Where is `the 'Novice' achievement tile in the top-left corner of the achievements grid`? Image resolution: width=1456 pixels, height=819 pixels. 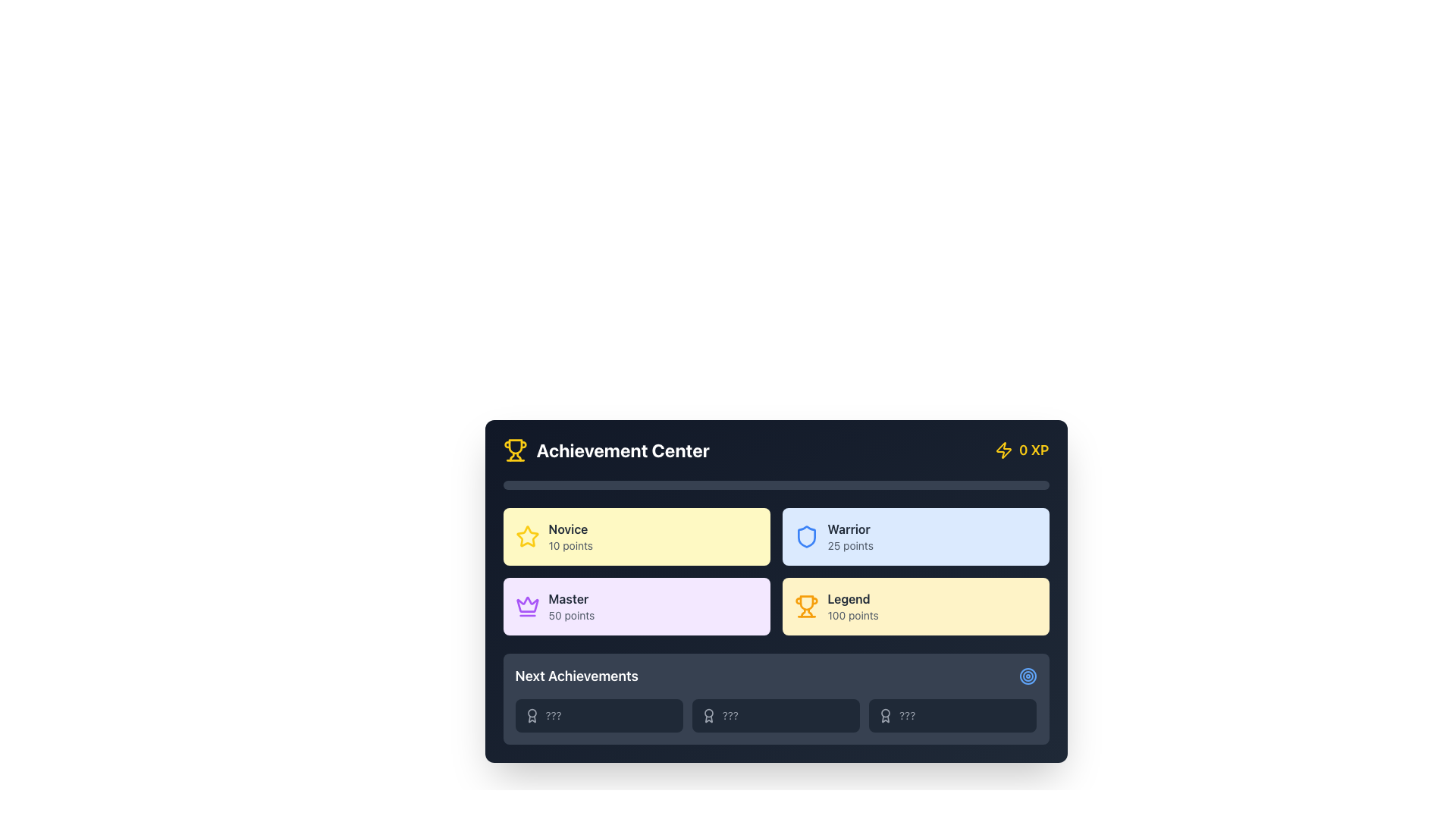
the 'Novice' achievement tile in the top-left corner of the achievements grid is located at coordinates (636, 536).